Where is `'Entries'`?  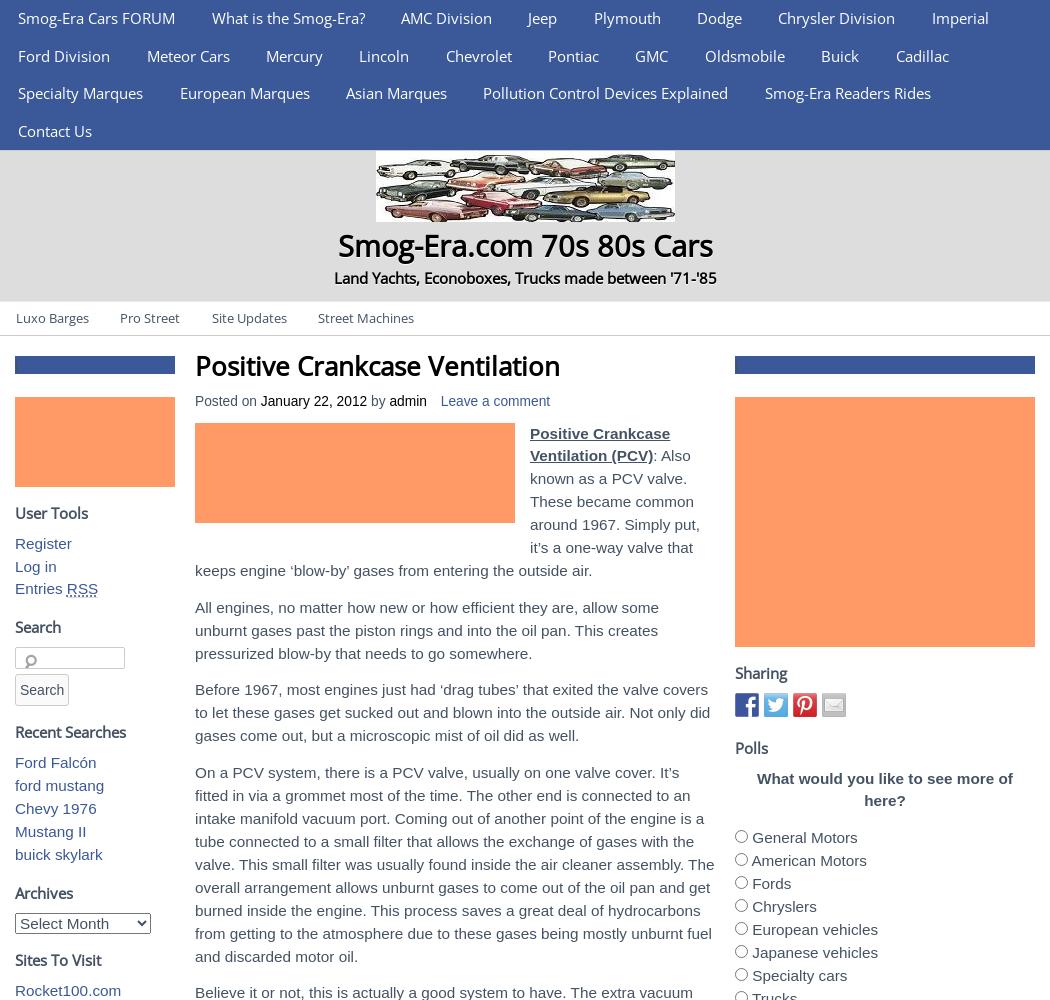 'Entries' is located at coordinates (39, 587).